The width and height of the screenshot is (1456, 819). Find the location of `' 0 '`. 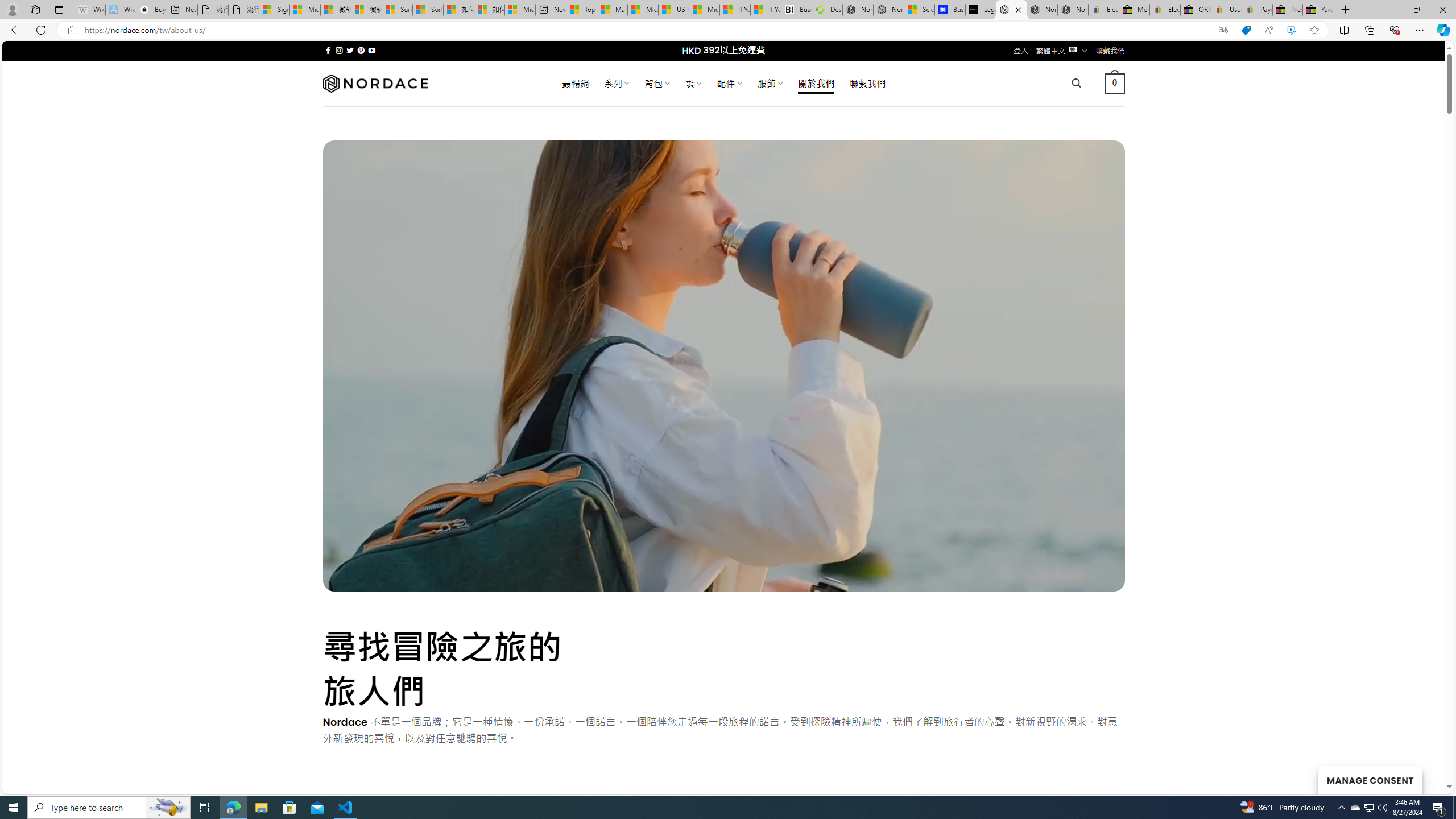

' 0 ' is located at coordinates (1115, 82).